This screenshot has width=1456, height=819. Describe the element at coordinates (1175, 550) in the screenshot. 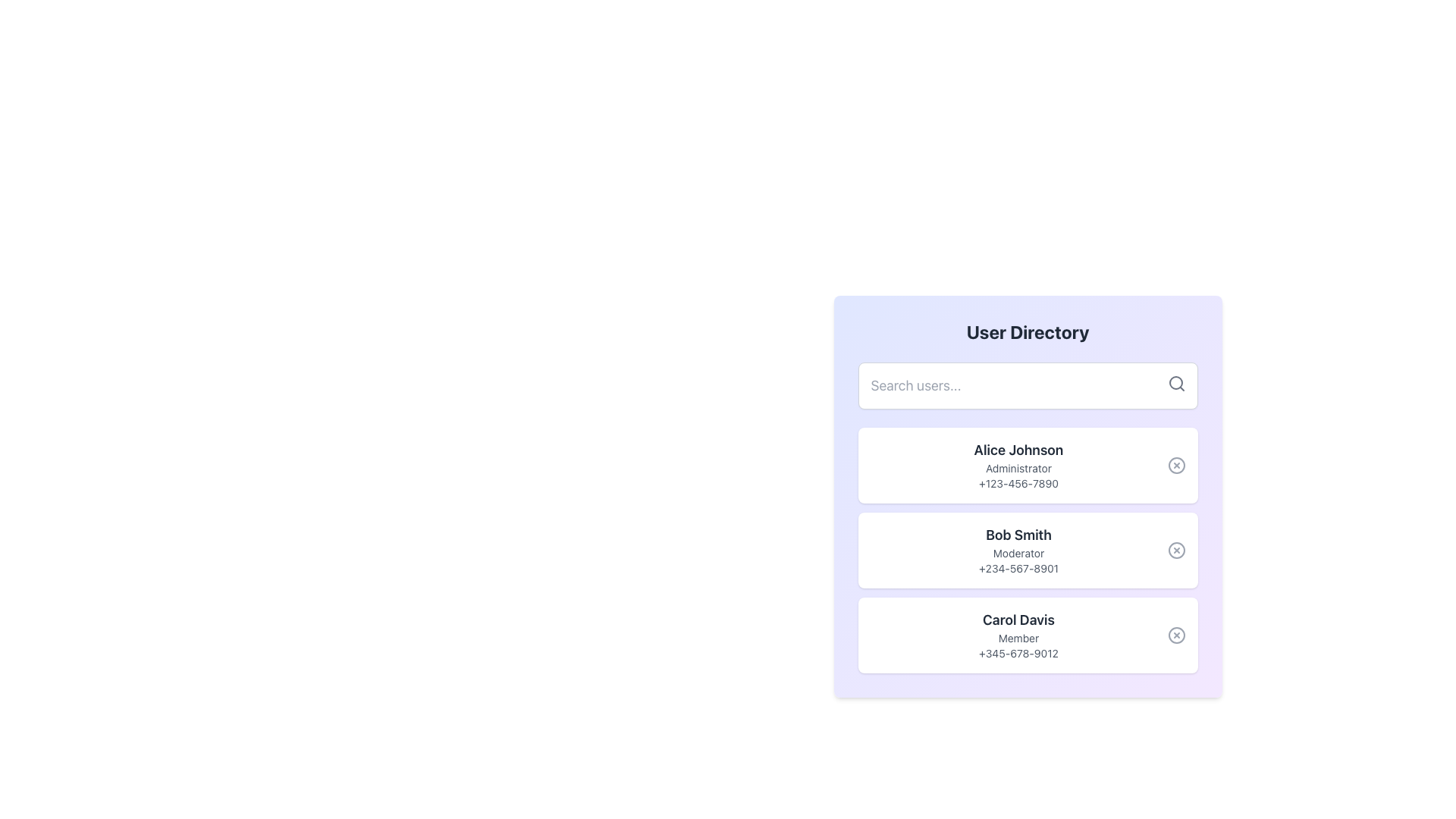

I see `the delete button (icon-based) associated with the 'Bob Smith' entry in the user directory` at that location.